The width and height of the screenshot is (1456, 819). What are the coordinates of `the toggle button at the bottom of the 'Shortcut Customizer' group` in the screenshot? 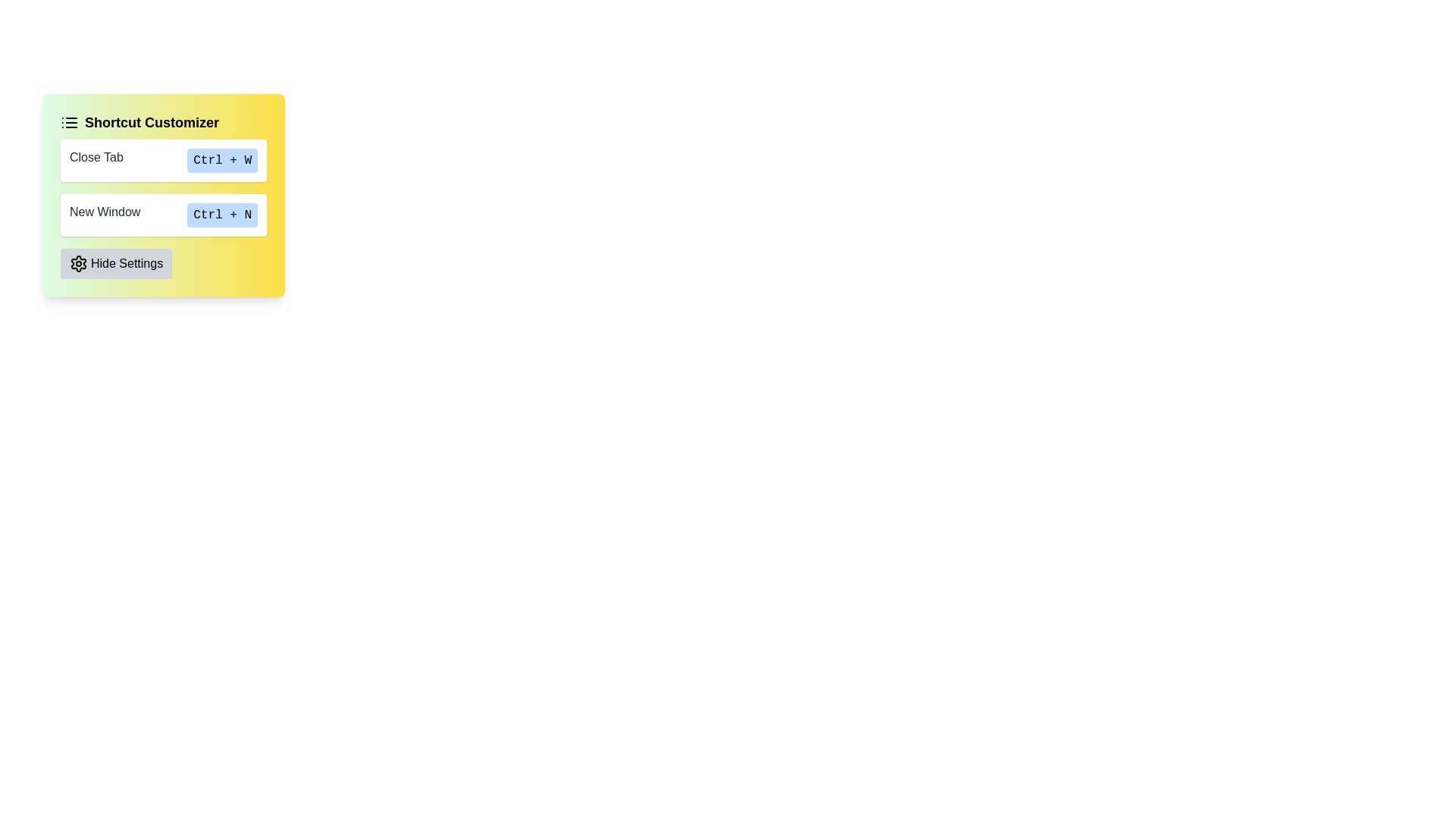 It's located at (164, 262).